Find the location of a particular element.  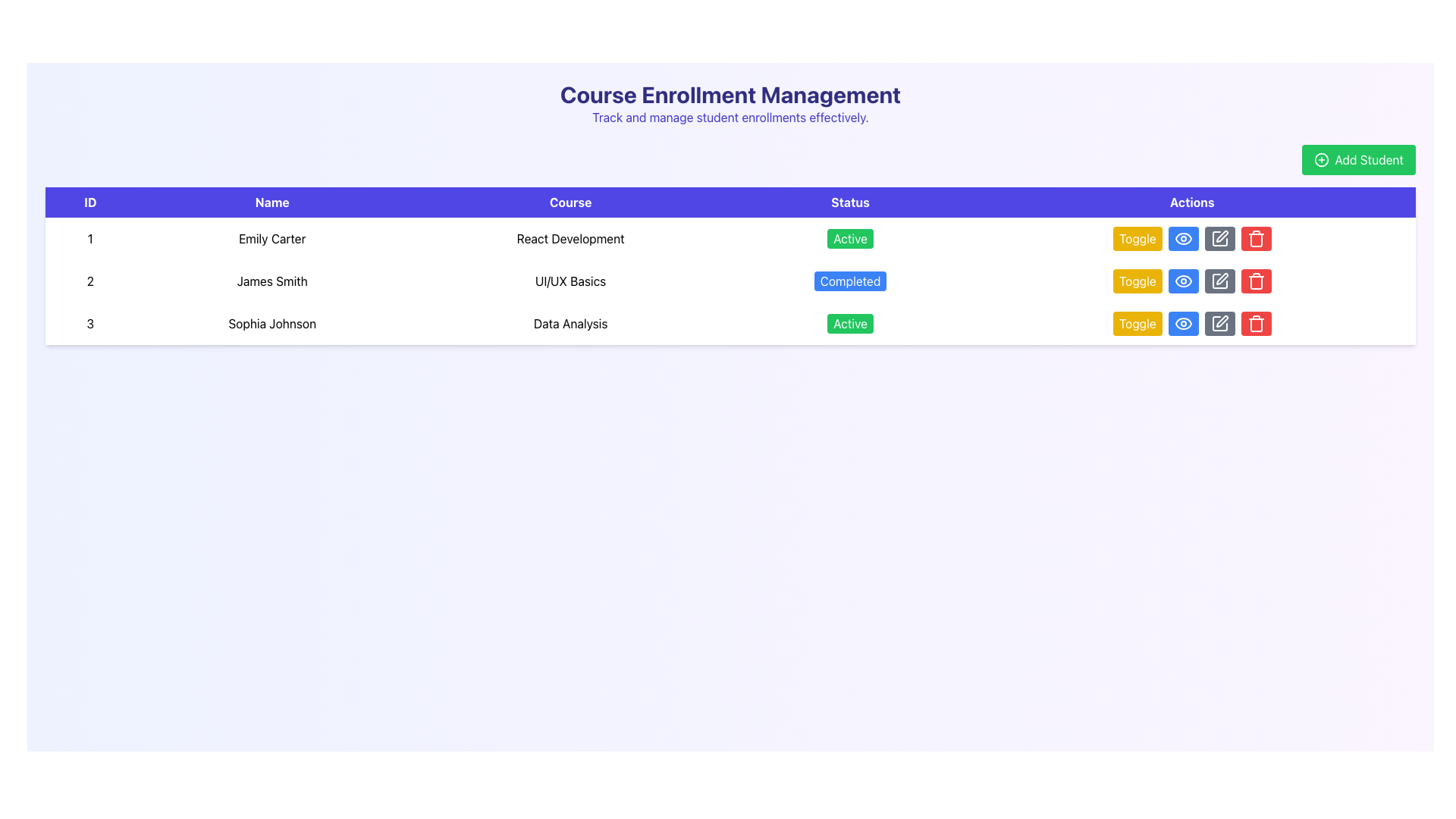

the Header Section containing the title 'Course Enrollment Management' and the subtitle 'Track and manage student enrollments effectively.' is located at coordinates (730, 103).